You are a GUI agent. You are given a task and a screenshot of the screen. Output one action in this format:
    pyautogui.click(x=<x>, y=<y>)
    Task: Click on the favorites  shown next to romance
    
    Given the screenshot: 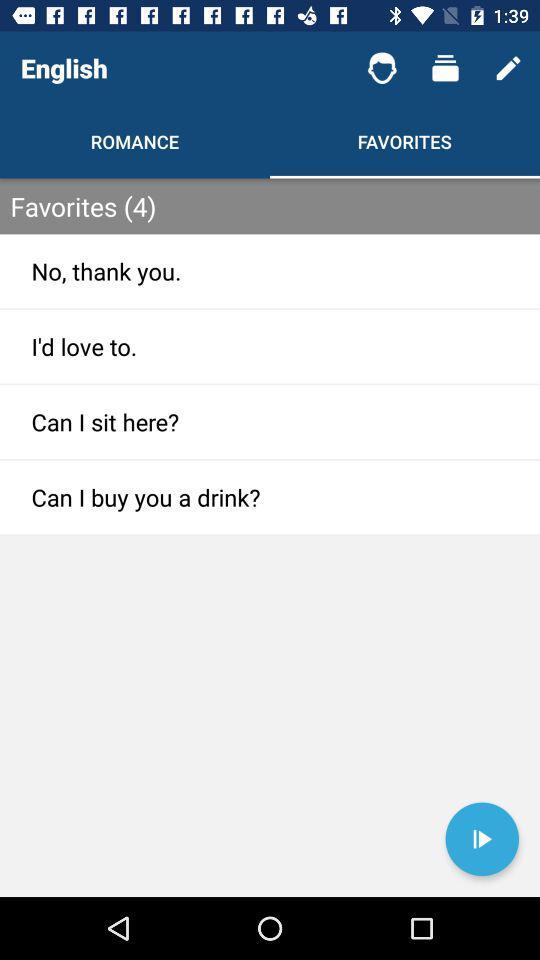 What is the action you would take?
    pyautogui.click(x=405, y=140)
    